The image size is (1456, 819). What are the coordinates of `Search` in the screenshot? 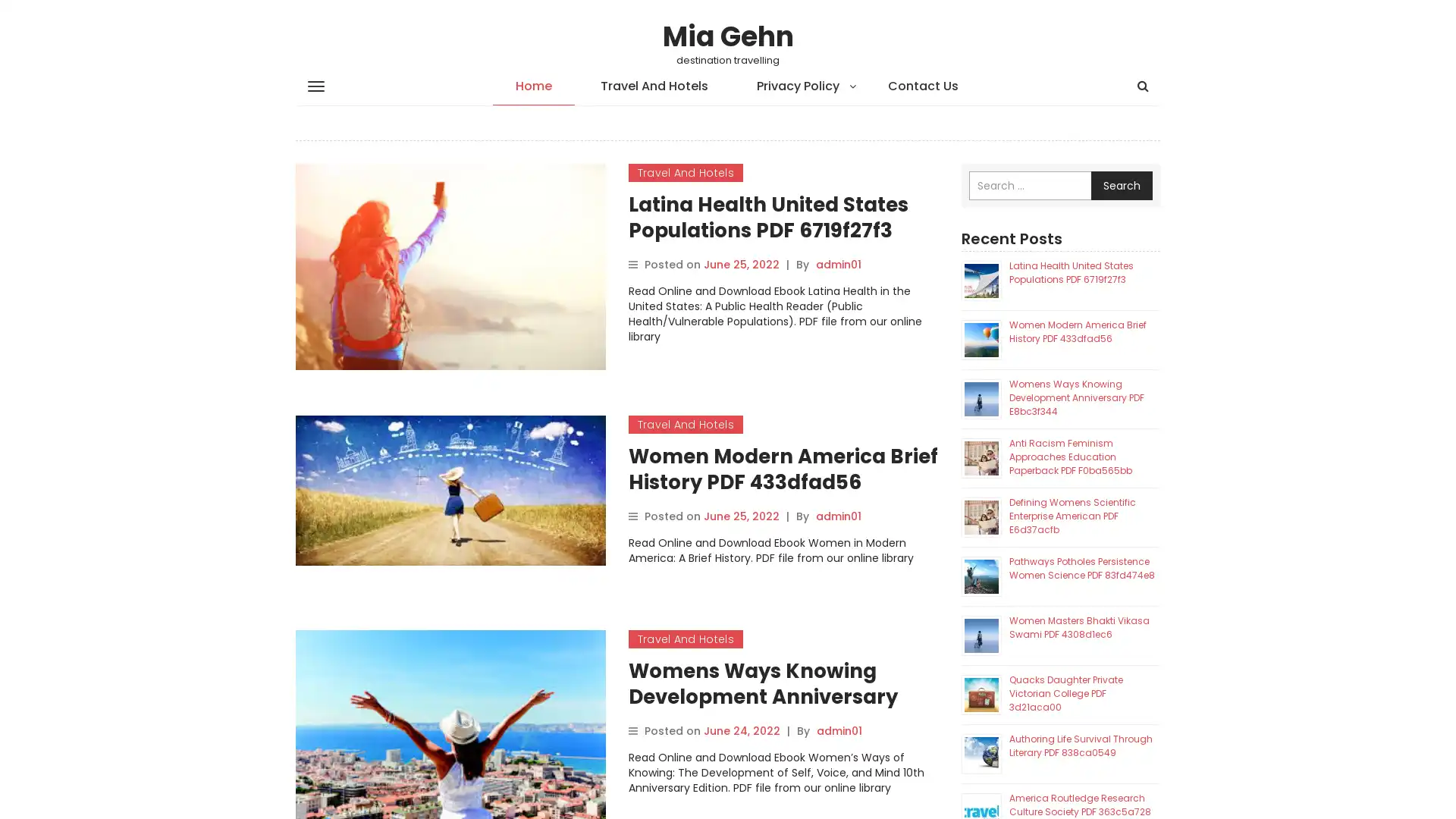 It's located at (1122, 185).